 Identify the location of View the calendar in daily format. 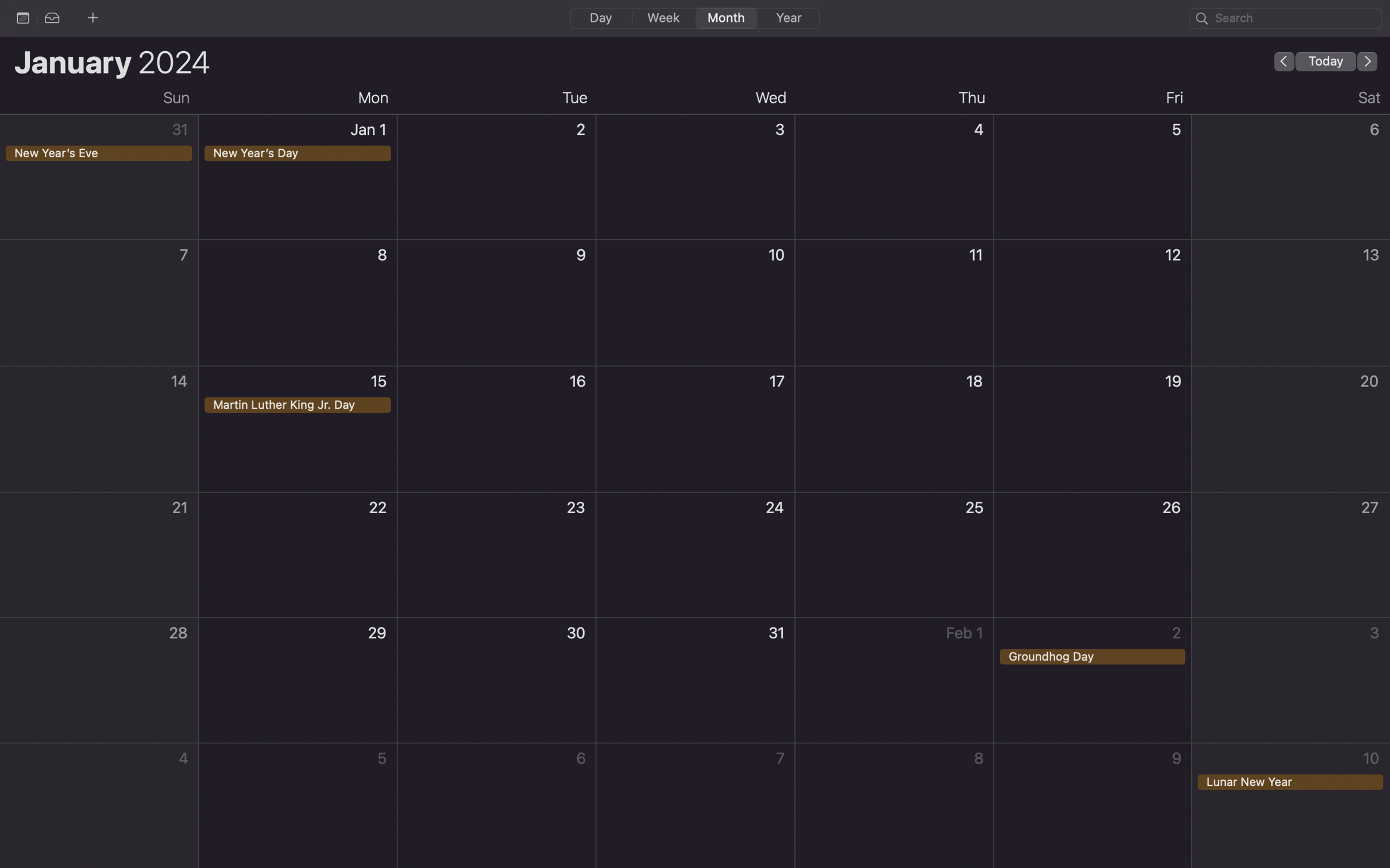
(600, 17).